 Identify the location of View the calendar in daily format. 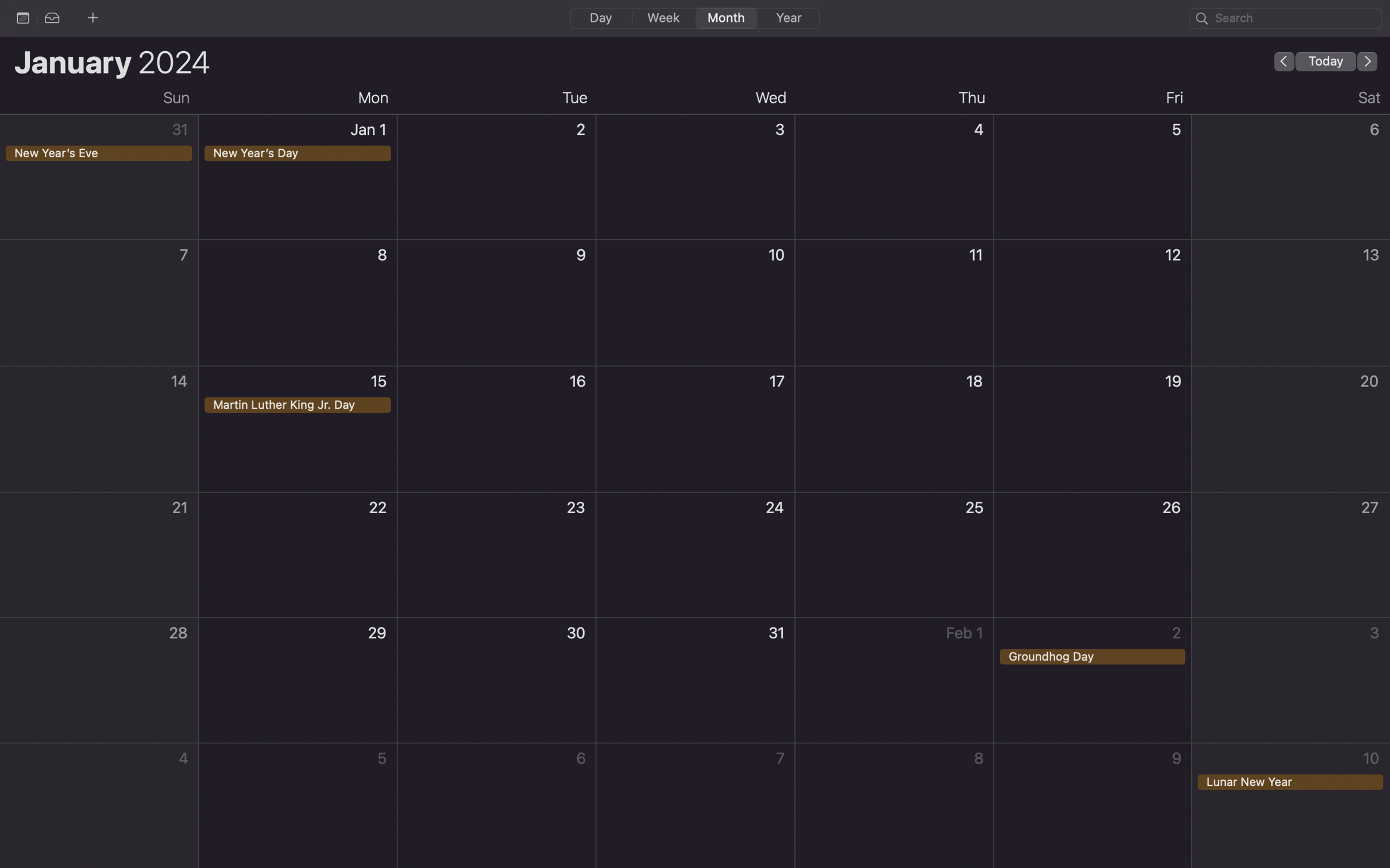
(600, 17).